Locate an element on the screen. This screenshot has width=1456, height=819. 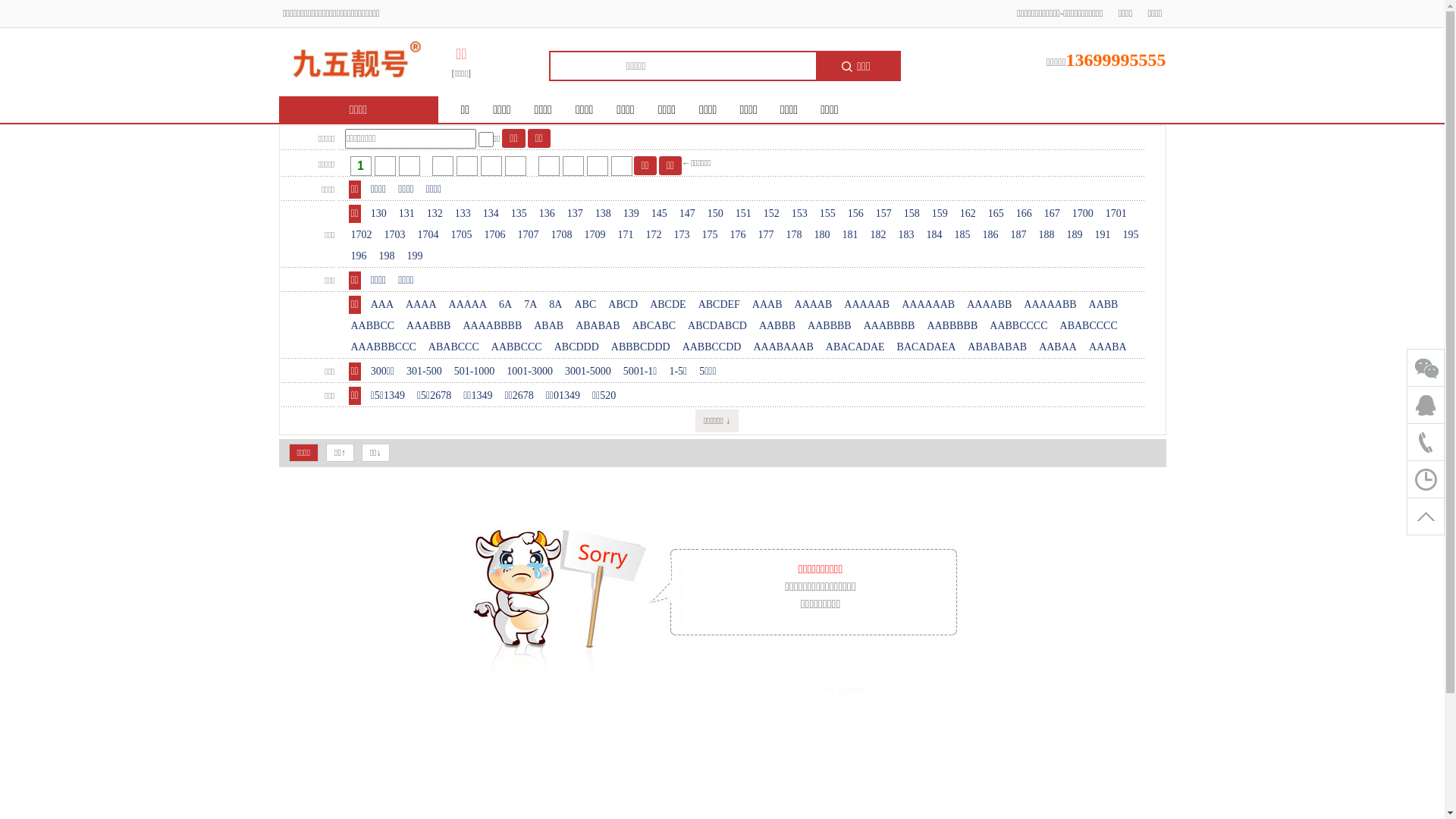
'AAAABBBB' is located at coordinates (459, 325).